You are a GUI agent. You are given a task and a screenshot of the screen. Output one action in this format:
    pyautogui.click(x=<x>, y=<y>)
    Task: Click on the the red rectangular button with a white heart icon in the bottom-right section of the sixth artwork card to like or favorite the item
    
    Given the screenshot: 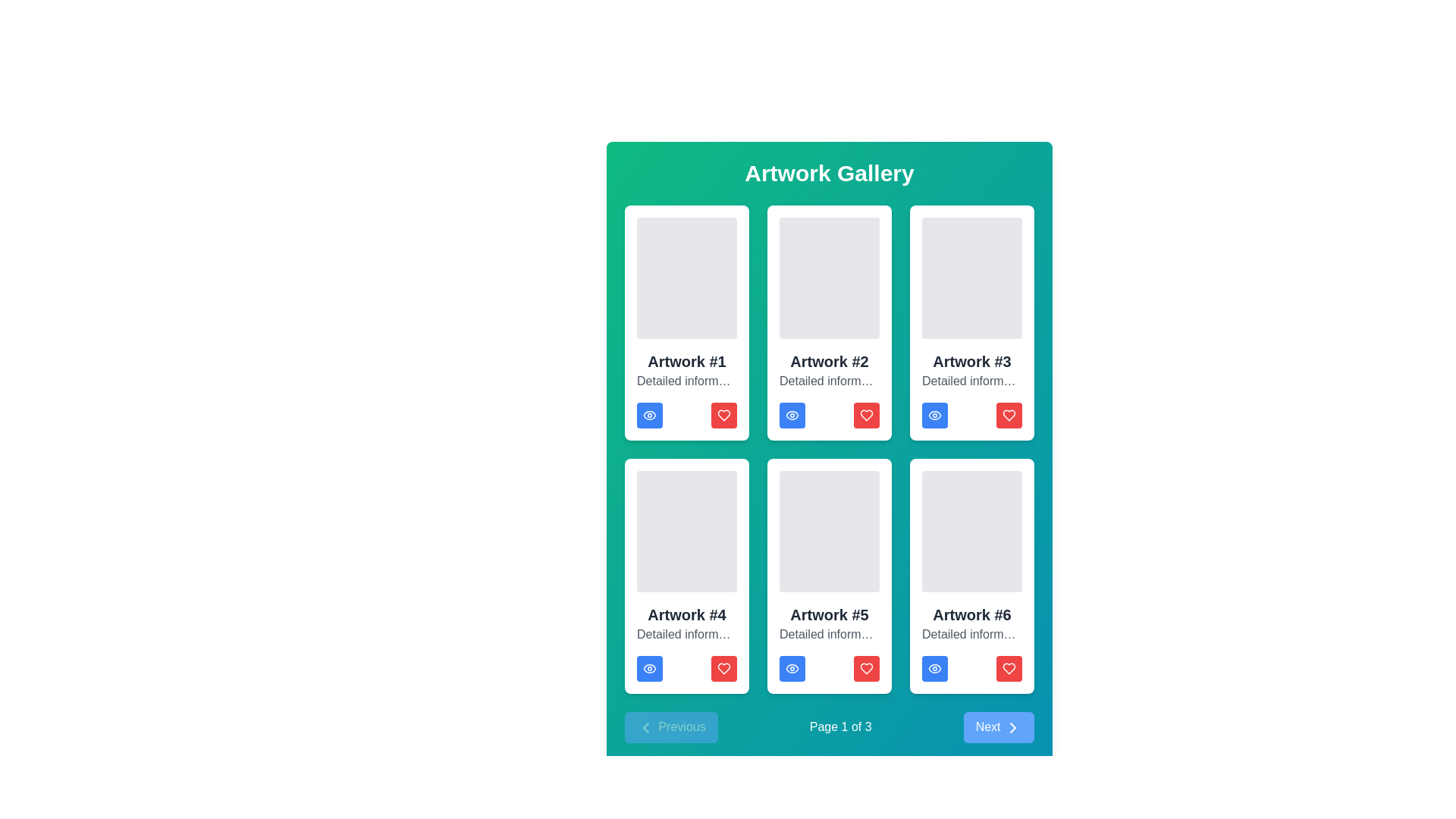 What is the action you would take?
    pyautogui.click(x=1009, y=668)
    